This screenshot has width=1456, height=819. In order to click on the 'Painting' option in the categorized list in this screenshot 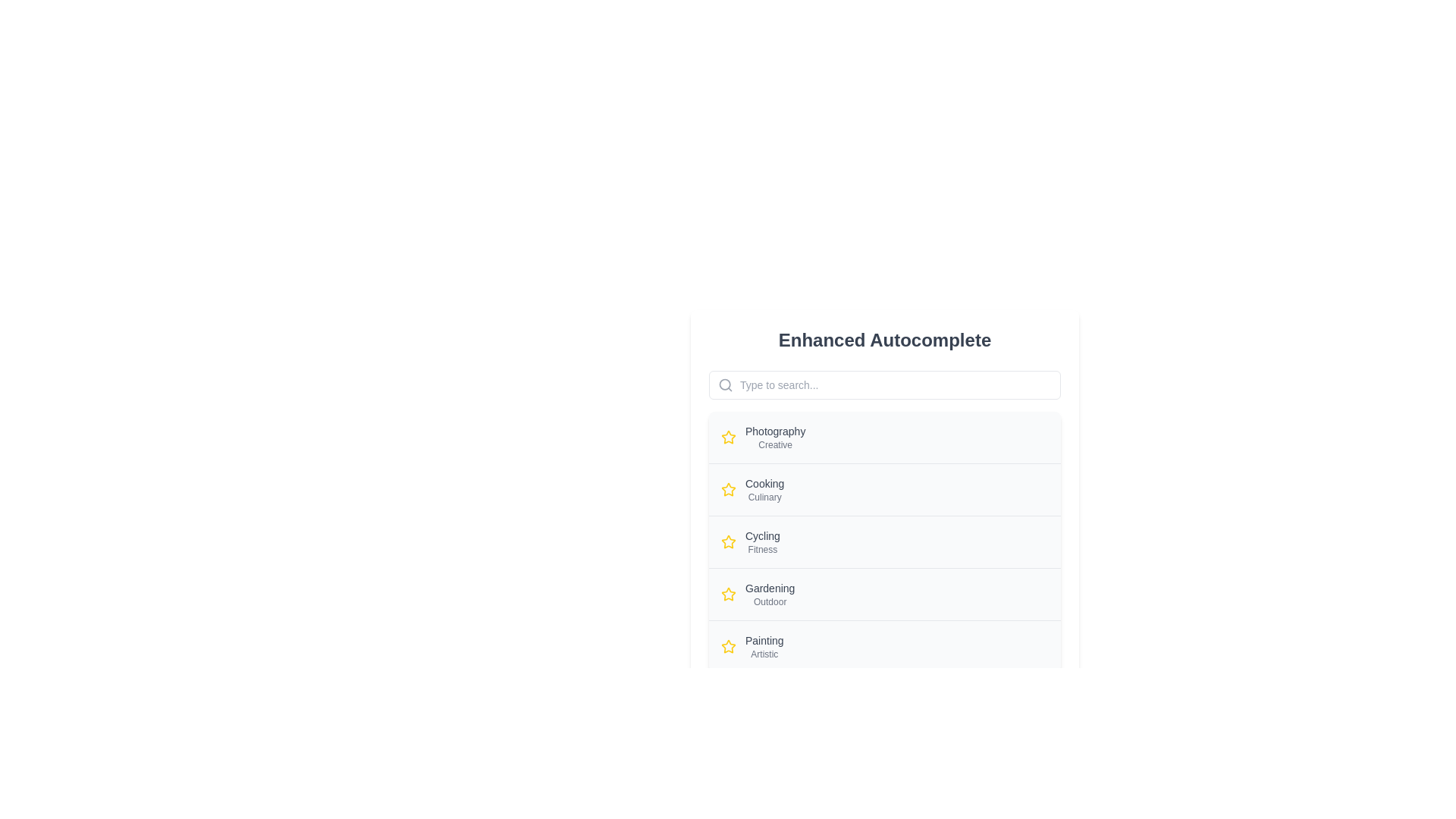, I will do `click(764, 646)`.